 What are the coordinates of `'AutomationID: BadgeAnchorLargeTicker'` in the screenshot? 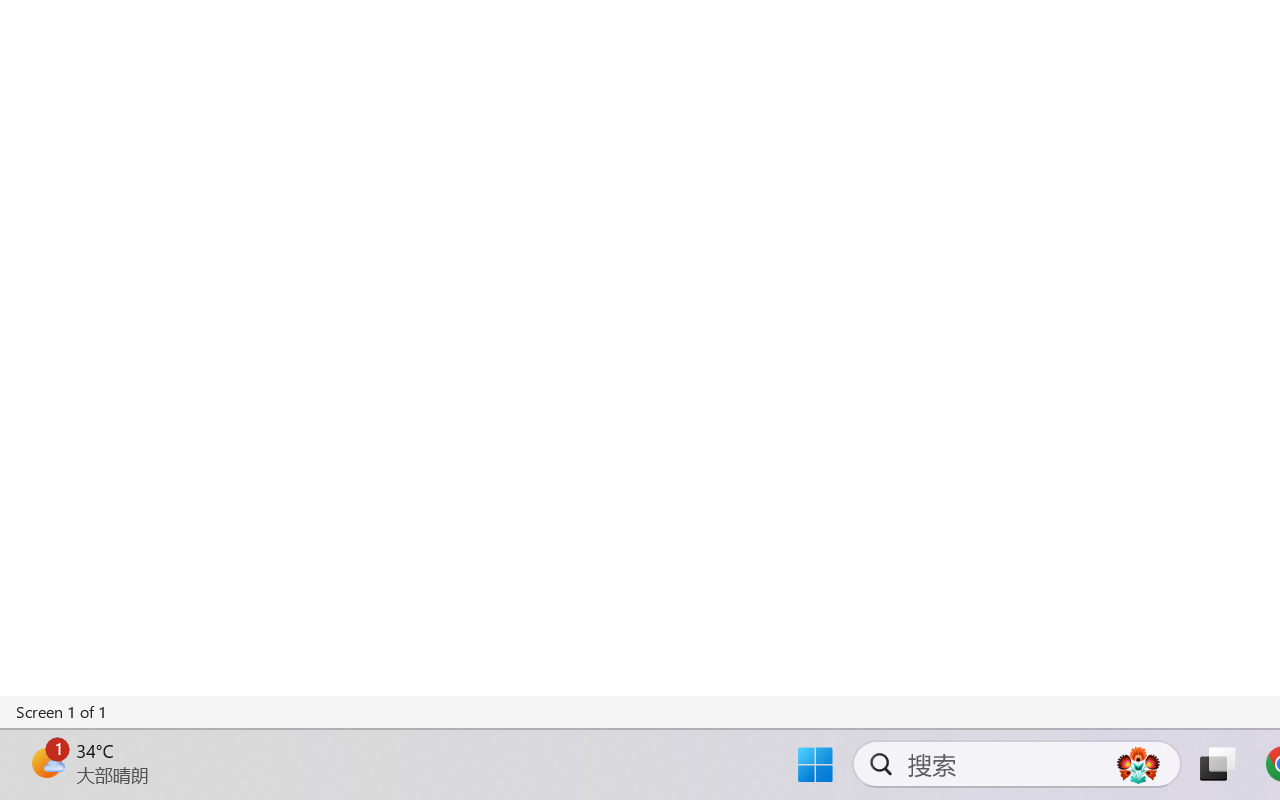 It's located at (46, 762).